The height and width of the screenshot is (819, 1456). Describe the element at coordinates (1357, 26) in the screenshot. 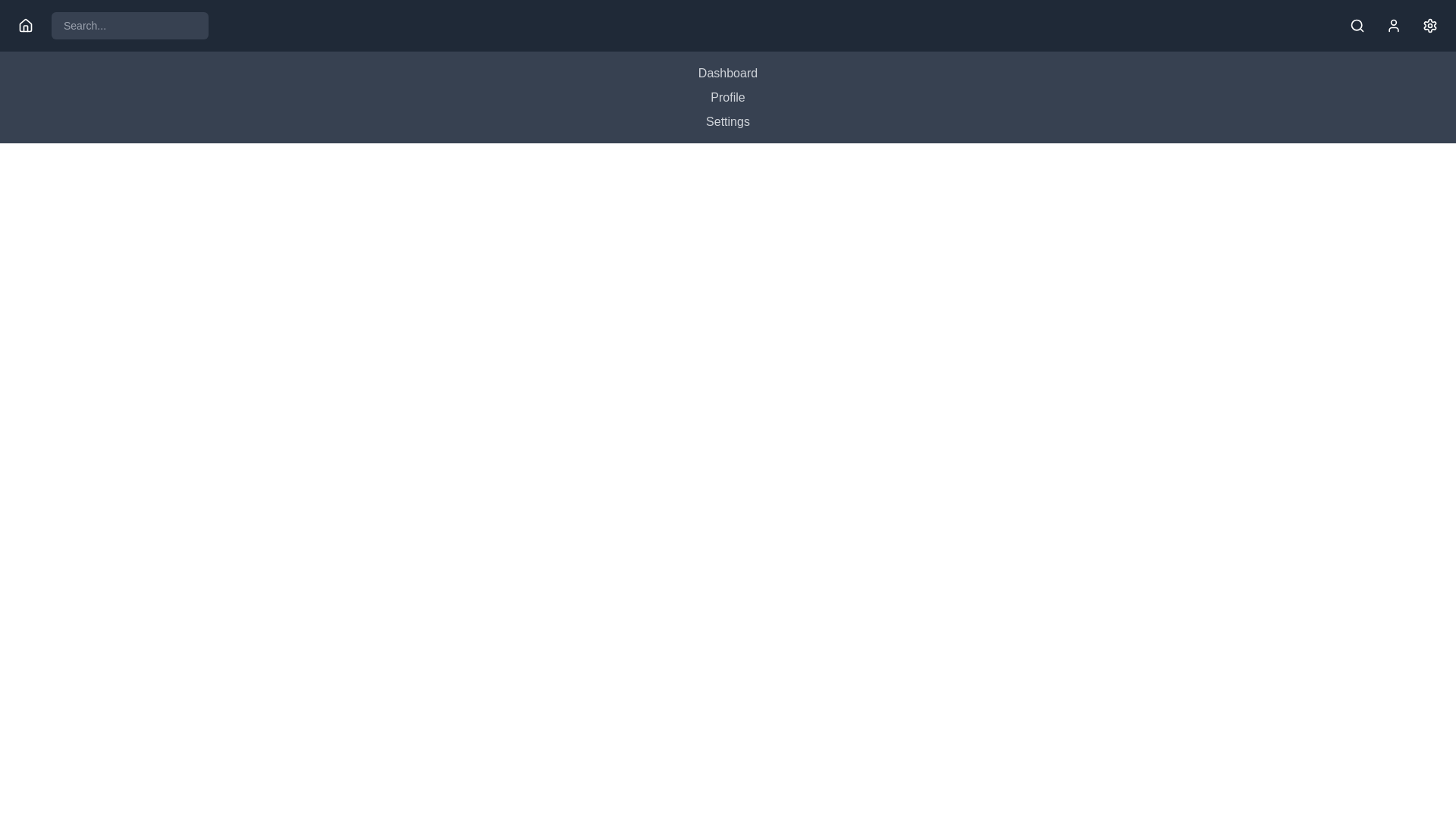

I see `the magnifying glass icon button located at the top-right corner of the header bar` at that location.